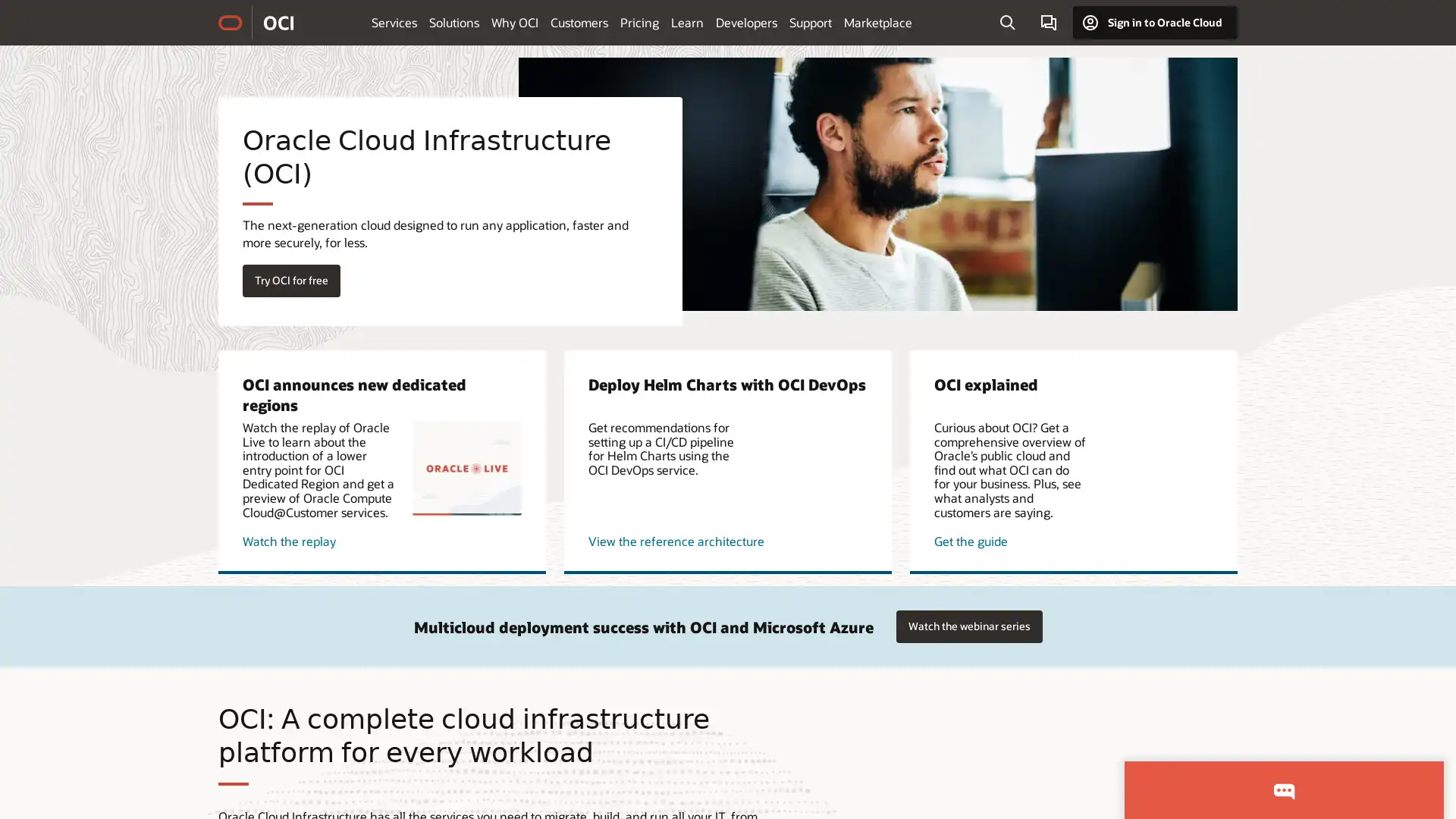 This screenshot has width=1456, height=819. I want to click on Services, so click(394, 22).